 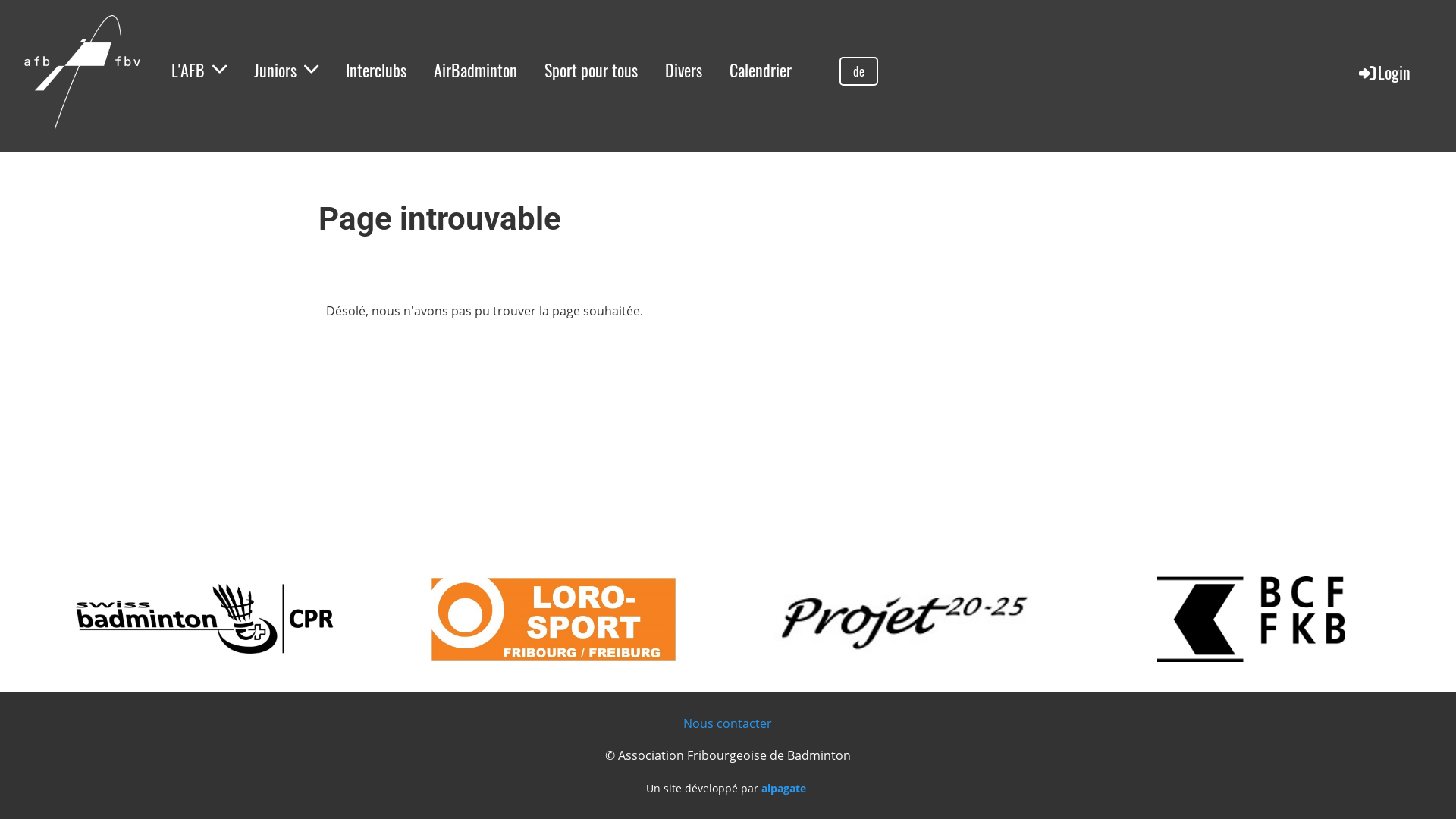 What do you see at coordinates (375, 70) in the screenshot?
I see `'Interclubs'` at bounding box center [375, 70].